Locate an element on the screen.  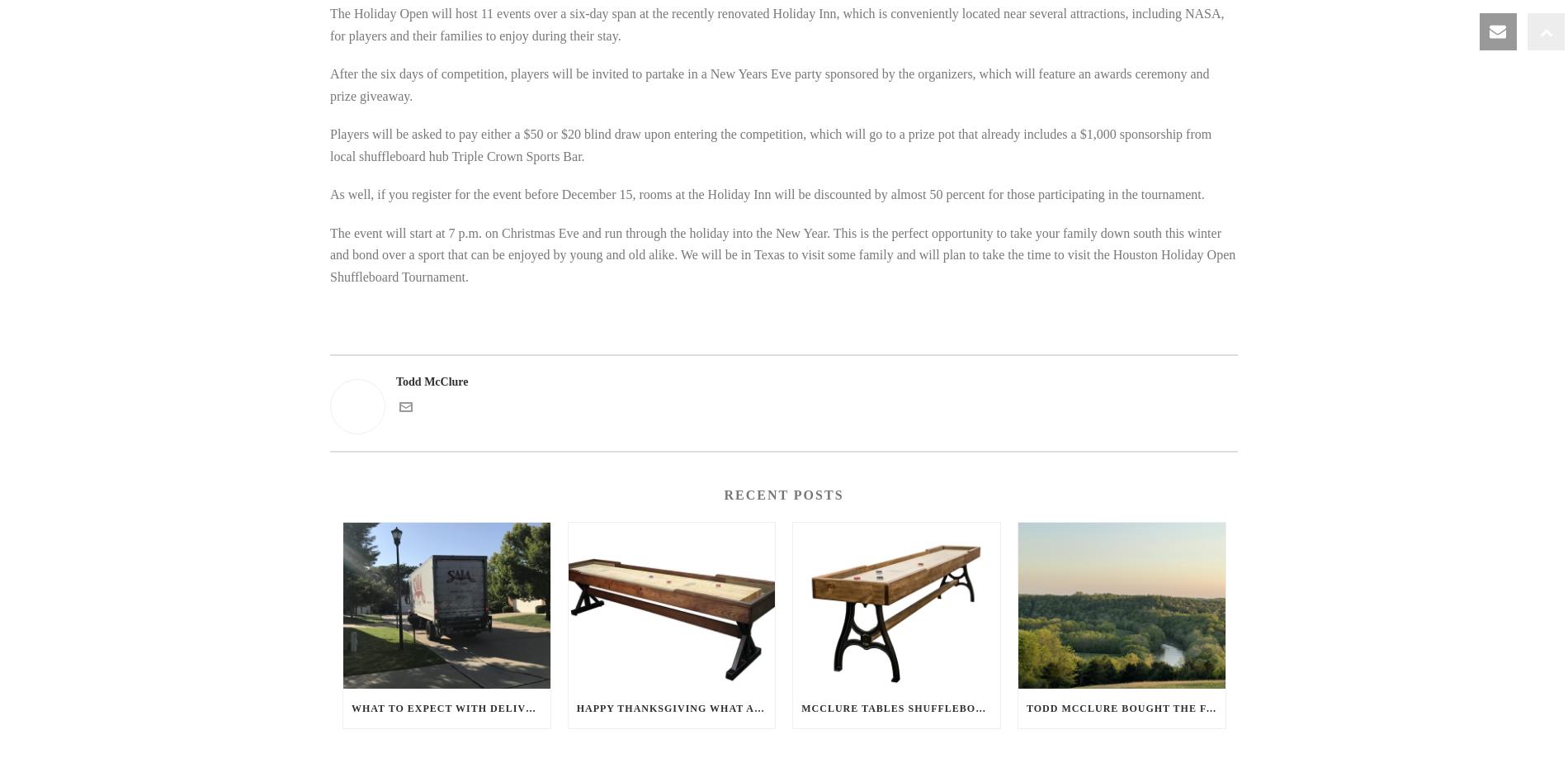
'After the six days of competition, players will be invited to partake in a New Years Eve party sponsored by the organizers, which will feature an awards ceremony and prize giveaway.' is located at coordinates (328, 84).